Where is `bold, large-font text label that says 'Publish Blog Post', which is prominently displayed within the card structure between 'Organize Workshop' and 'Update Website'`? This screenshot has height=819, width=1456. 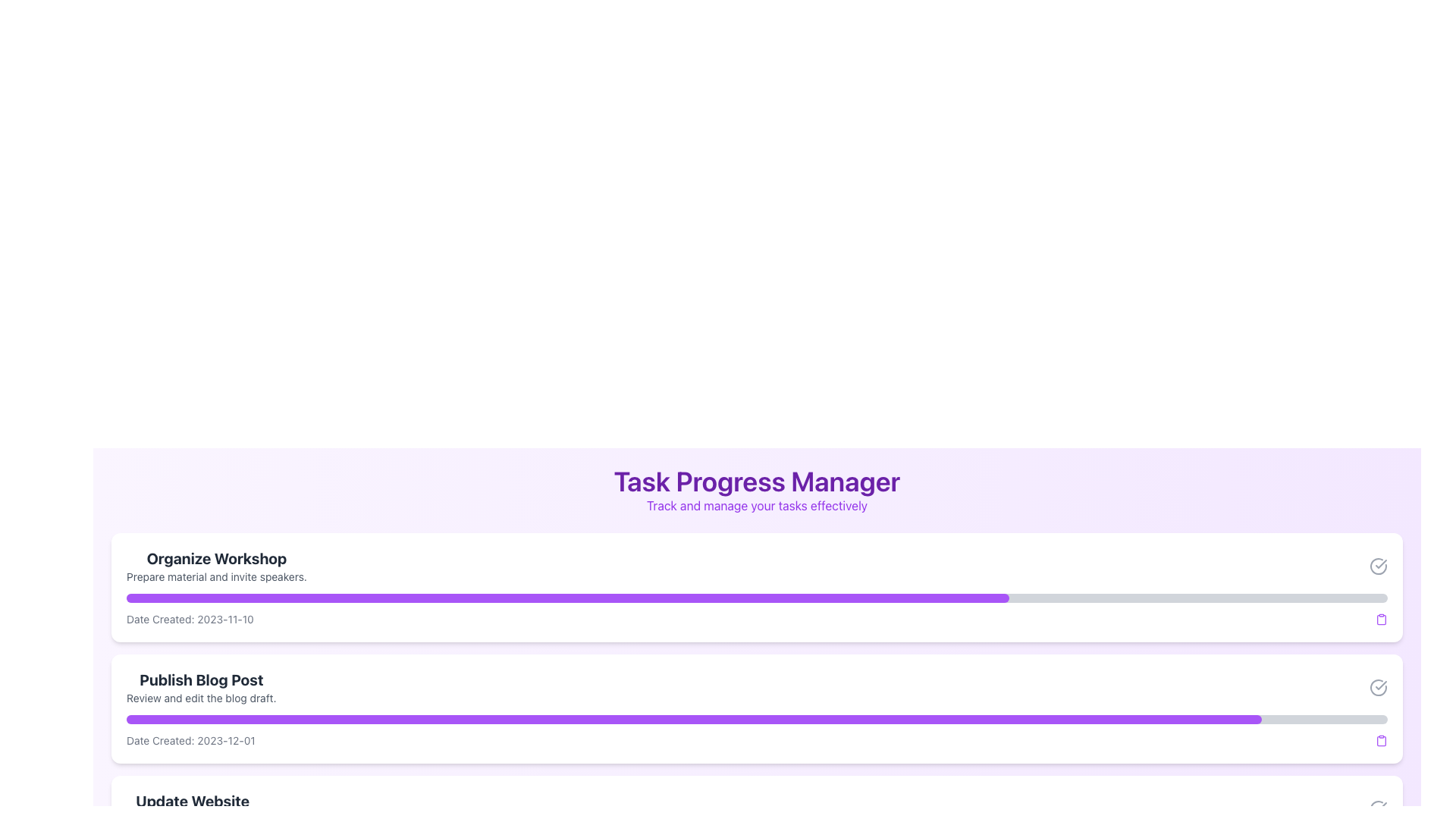 bold, large-font text label that says 'Publish Blog Post', which is prominently displayed within the card structure between 'Organize Workshop' and 'Update Website' is located at coordinates (200, 679).